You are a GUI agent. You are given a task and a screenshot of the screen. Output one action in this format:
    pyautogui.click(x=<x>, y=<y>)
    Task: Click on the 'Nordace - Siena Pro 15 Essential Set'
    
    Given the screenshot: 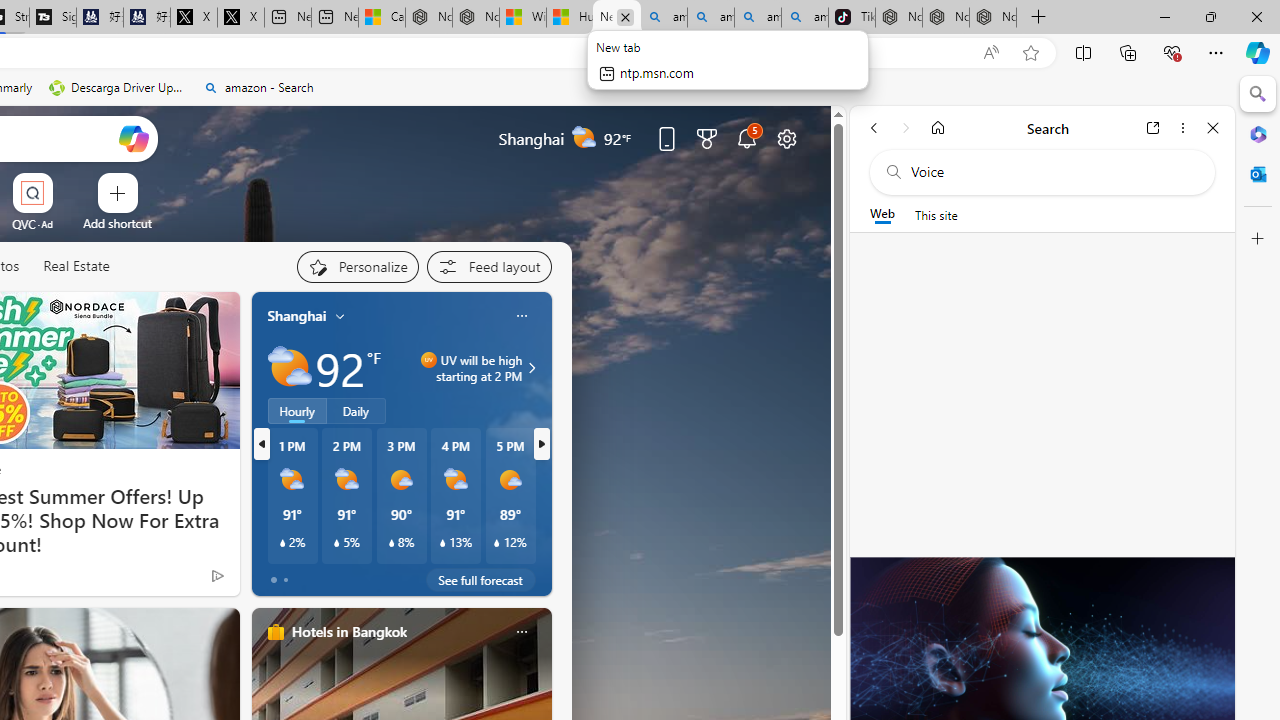 What is the action you would take?
    pyautogui.click(x=993, y=17)
    